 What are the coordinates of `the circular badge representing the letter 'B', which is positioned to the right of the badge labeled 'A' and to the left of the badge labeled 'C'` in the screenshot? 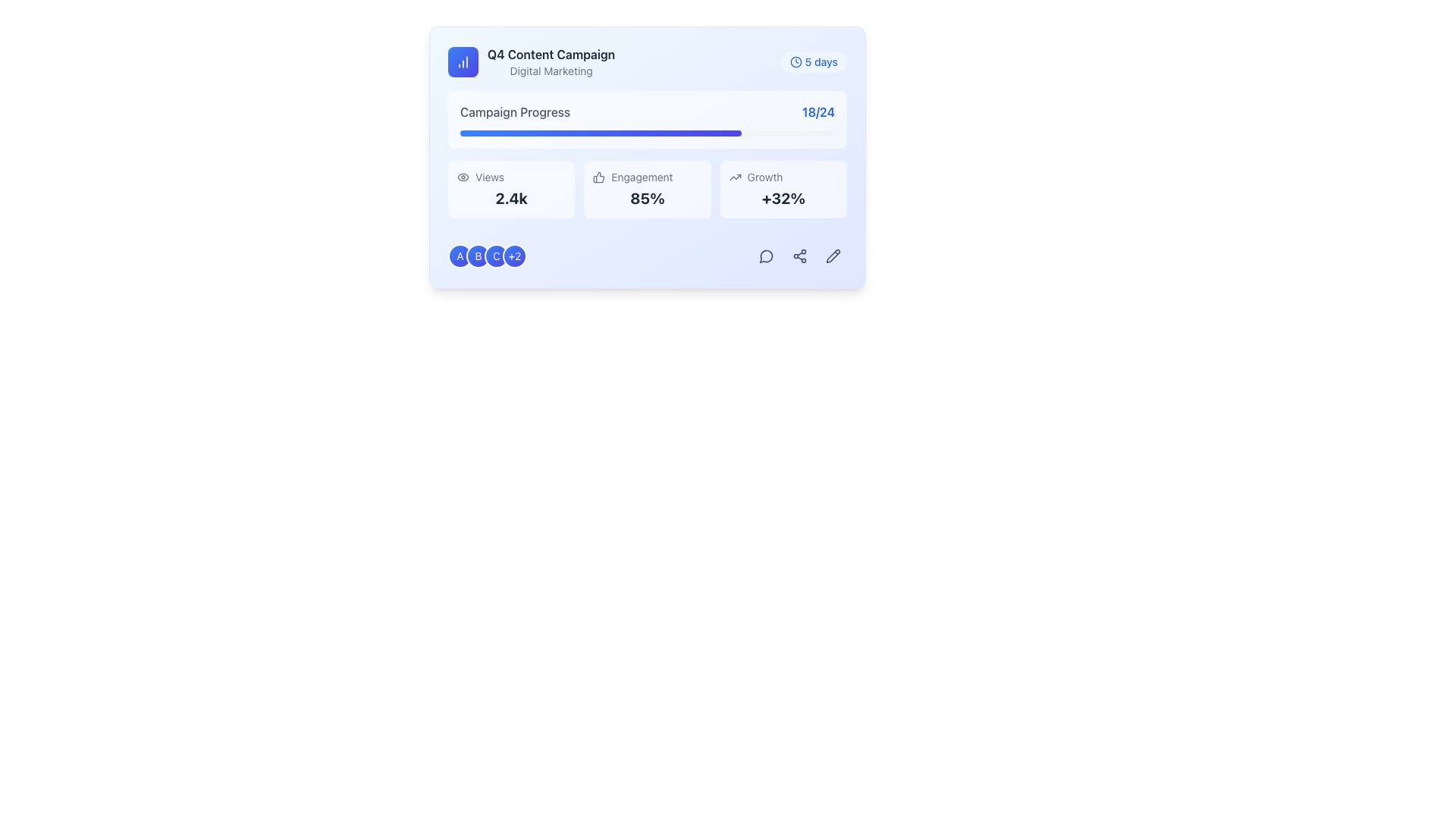 It's located at (477, 256).